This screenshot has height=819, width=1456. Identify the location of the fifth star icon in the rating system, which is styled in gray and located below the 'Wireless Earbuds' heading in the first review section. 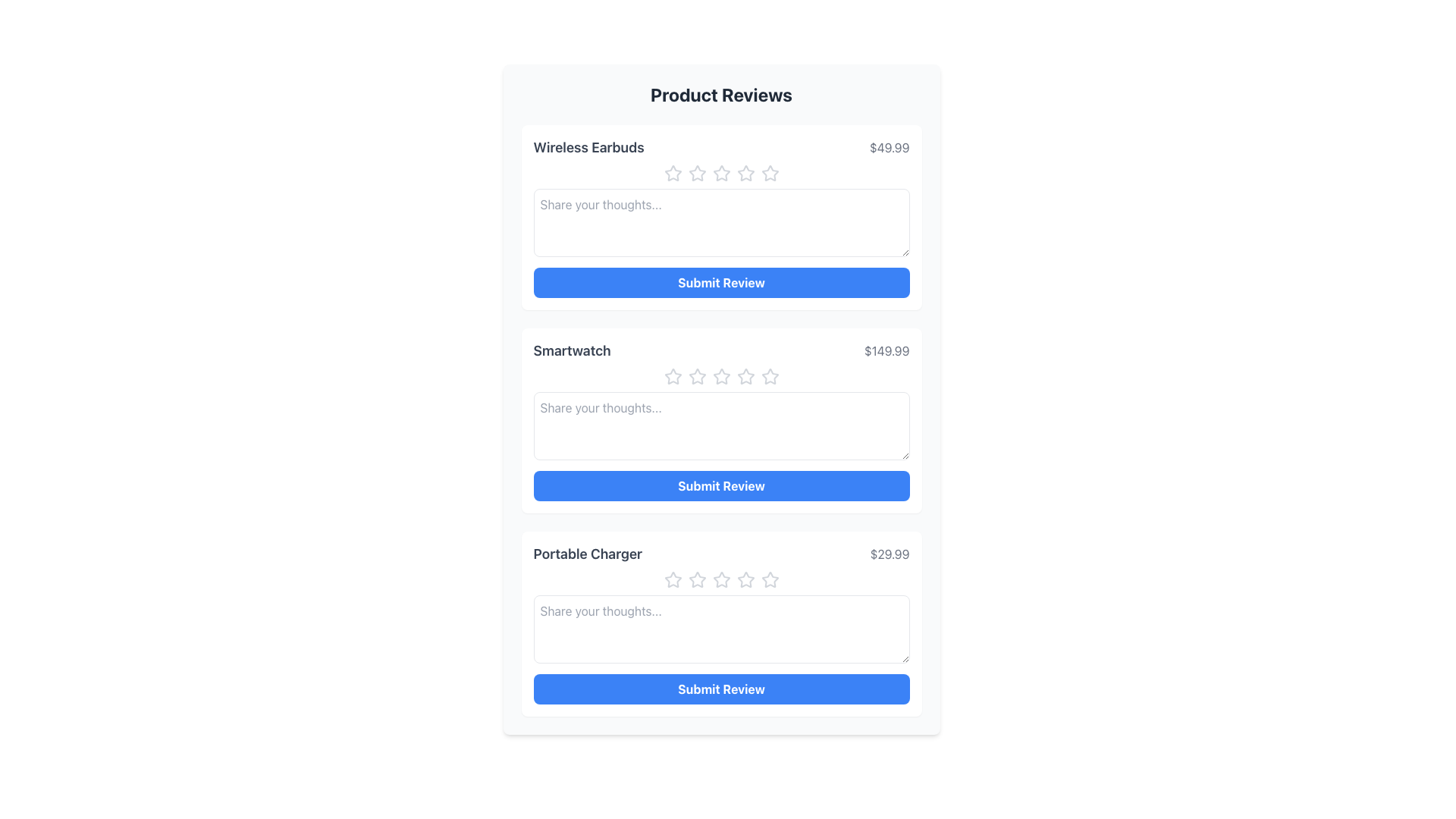
(770, 172).